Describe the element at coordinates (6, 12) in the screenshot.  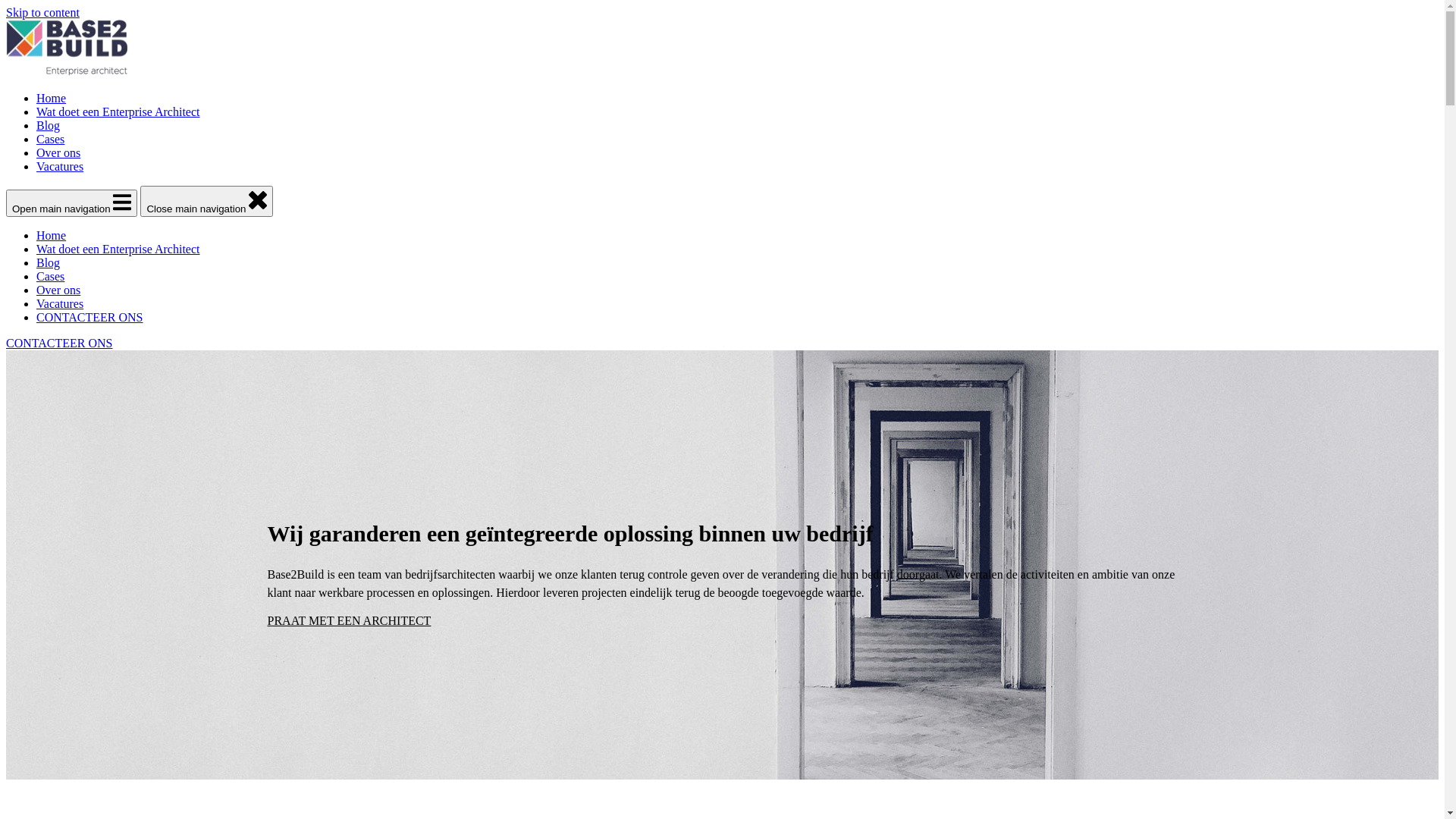
I see `'Skip to content'` at that location.